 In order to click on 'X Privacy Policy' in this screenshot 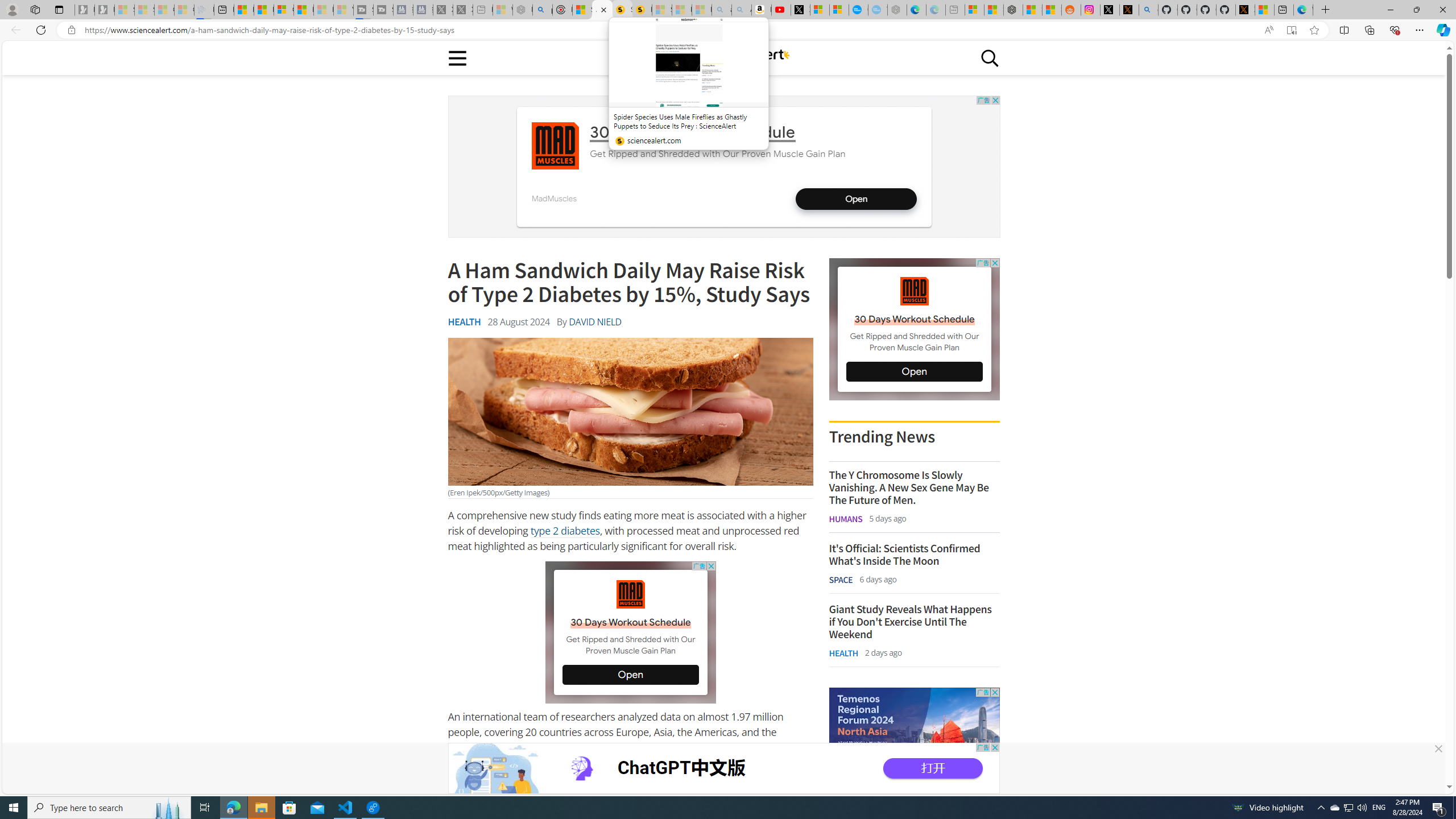, I will do `click(1244, 9)`.